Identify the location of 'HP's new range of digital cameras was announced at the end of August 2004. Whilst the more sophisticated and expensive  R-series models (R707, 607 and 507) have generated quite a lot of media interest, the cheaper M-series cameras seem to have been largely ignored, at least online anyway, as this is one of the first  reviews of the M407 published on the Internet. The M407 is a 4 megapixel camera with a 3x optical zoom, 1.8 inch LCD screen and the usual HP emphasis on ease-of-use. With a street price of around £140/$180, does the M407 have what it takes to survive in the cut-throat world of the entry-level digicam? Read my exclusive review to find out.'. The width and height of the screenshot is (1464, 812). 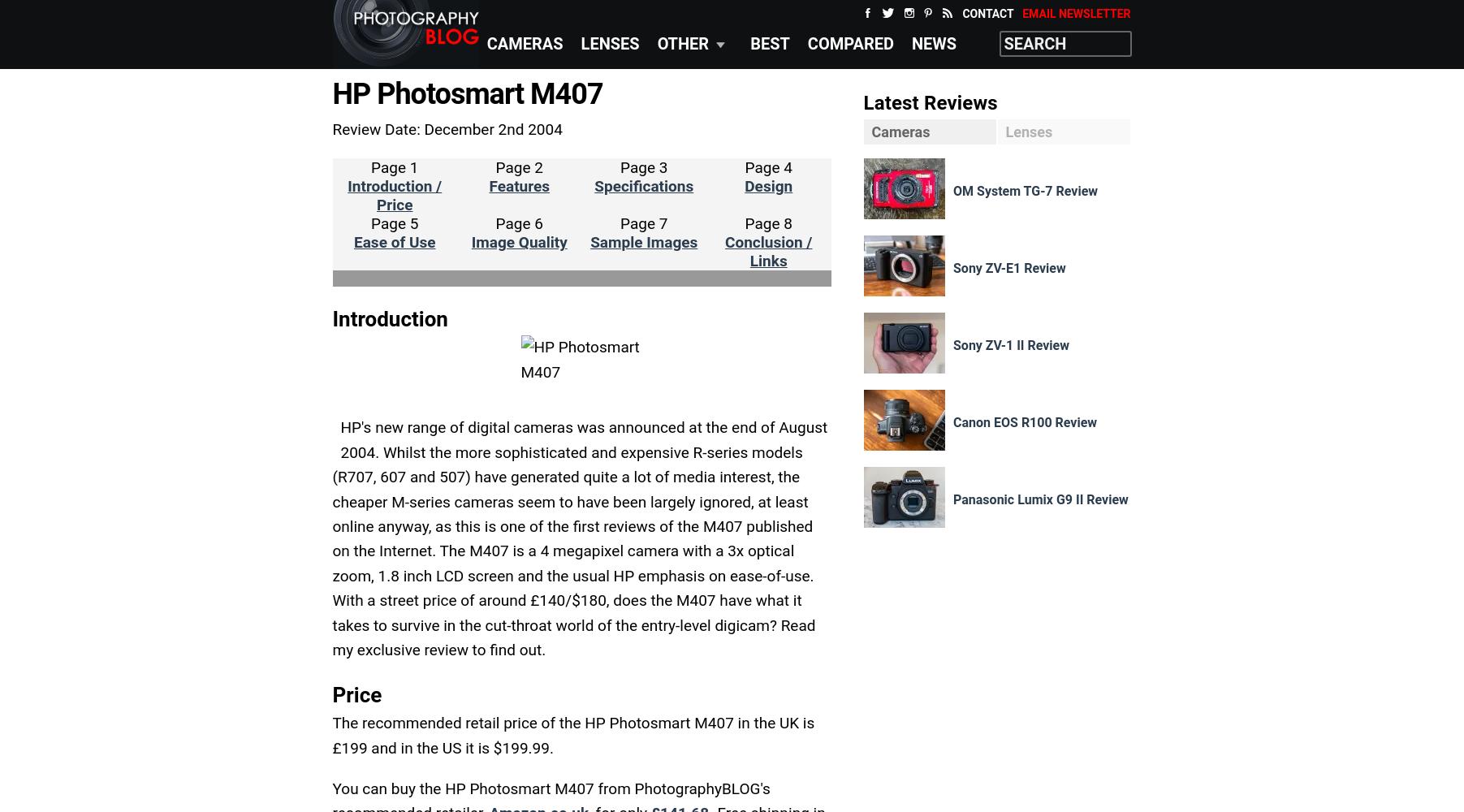
(578, 538).